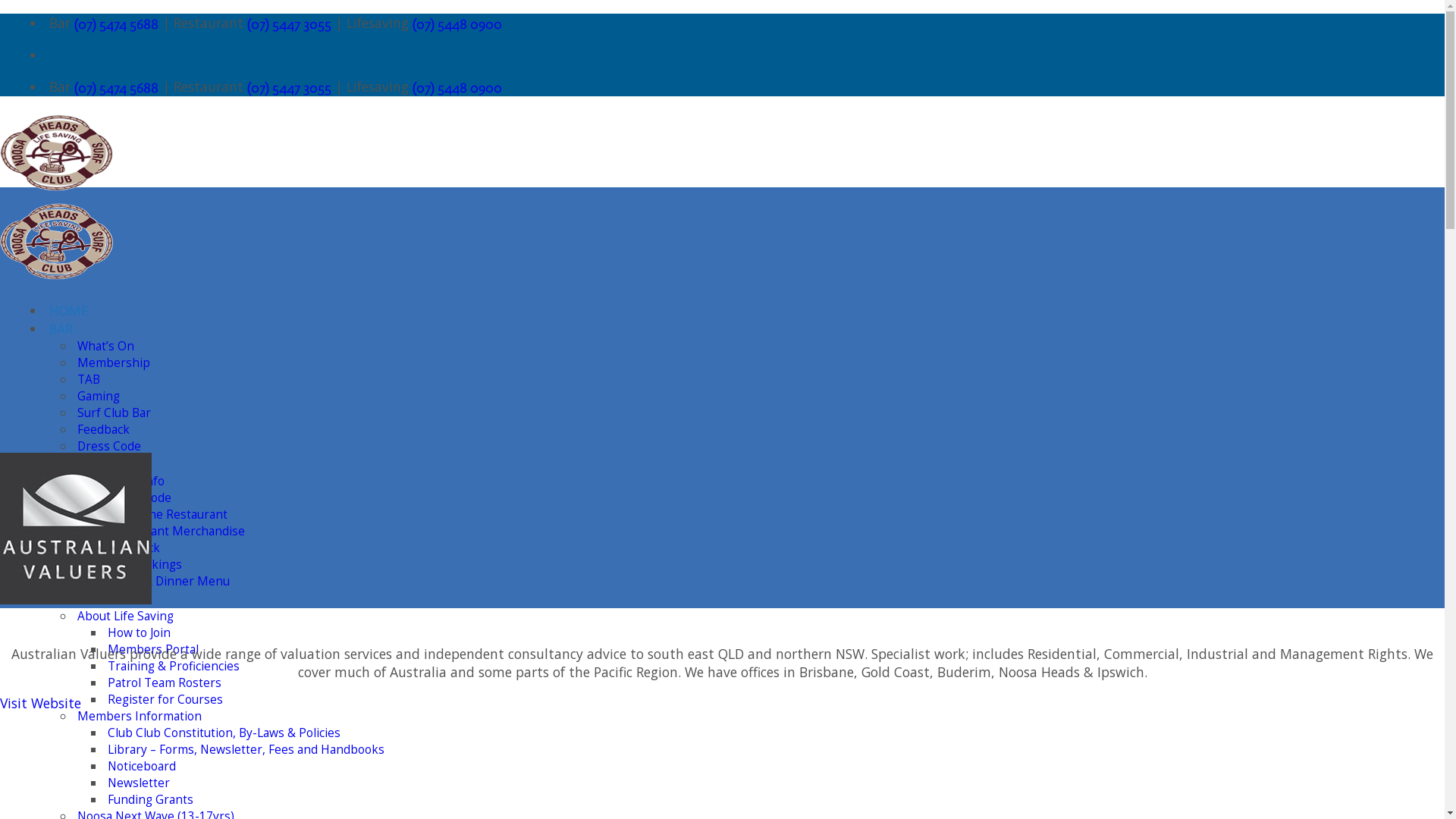  I want to click on 'Noticeboard', so click(107, 766).